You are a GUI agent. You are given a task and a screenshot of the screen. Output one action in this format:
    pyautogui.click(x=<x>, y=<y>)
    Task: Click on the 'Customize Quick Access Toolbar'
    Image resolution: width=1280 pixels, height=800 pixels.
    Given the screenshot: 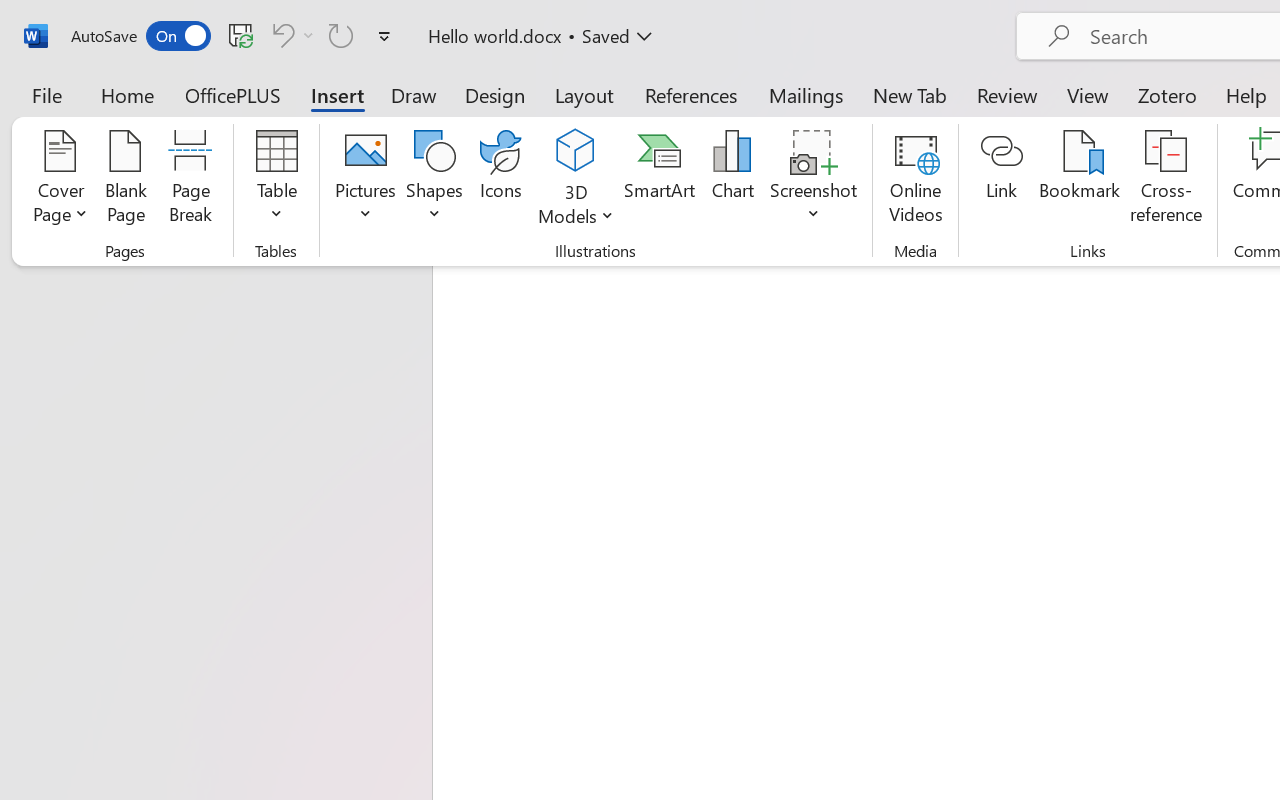 What is the action you would take?
    pyautogui.click(x=384, y=35)
    